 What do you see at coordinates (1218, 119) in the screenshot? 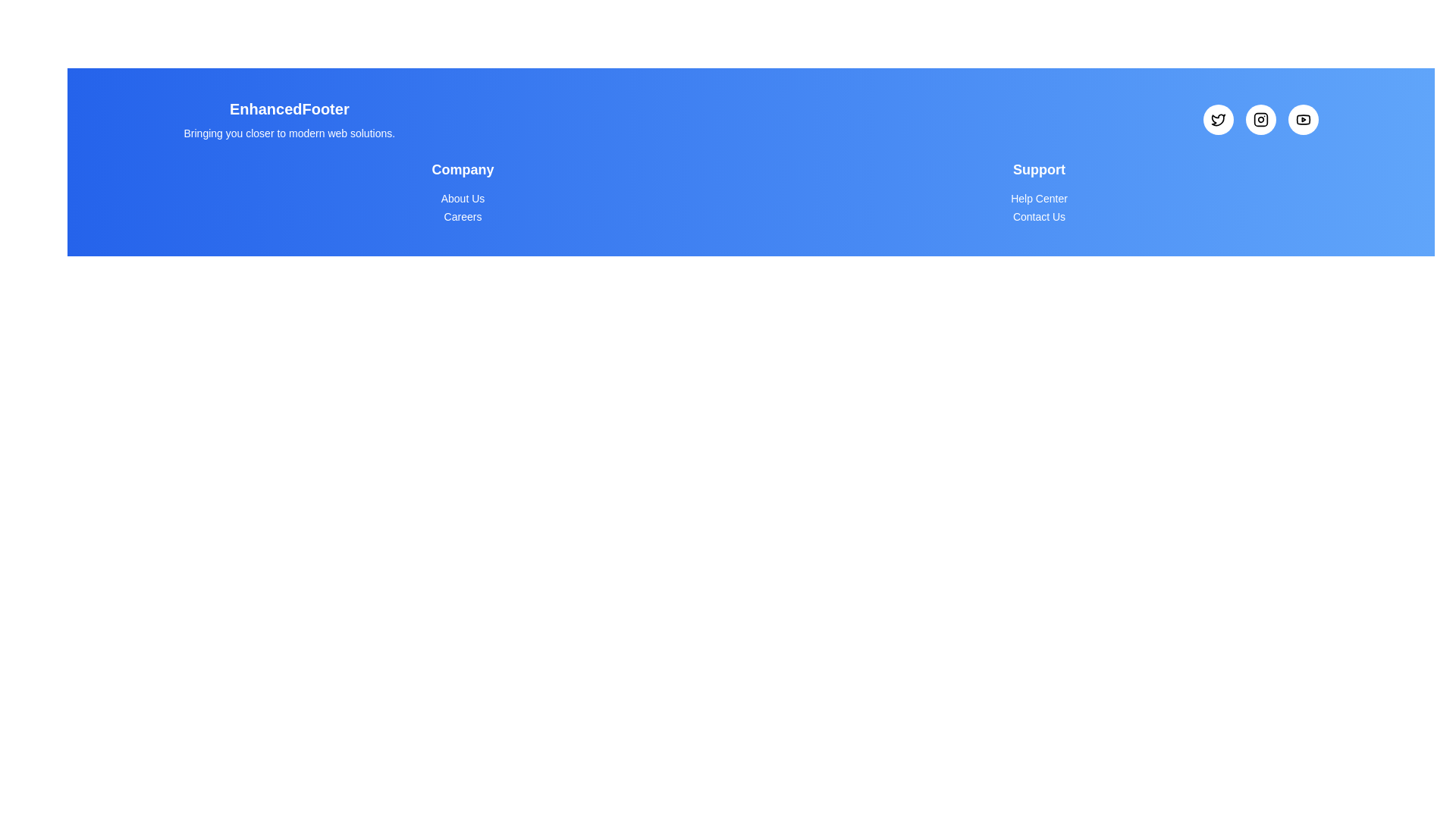
I see `the black Twitter logo icon button located on the right side of the footer section to trigger the tooltip or interaction` at bounding box center [1218, 119].